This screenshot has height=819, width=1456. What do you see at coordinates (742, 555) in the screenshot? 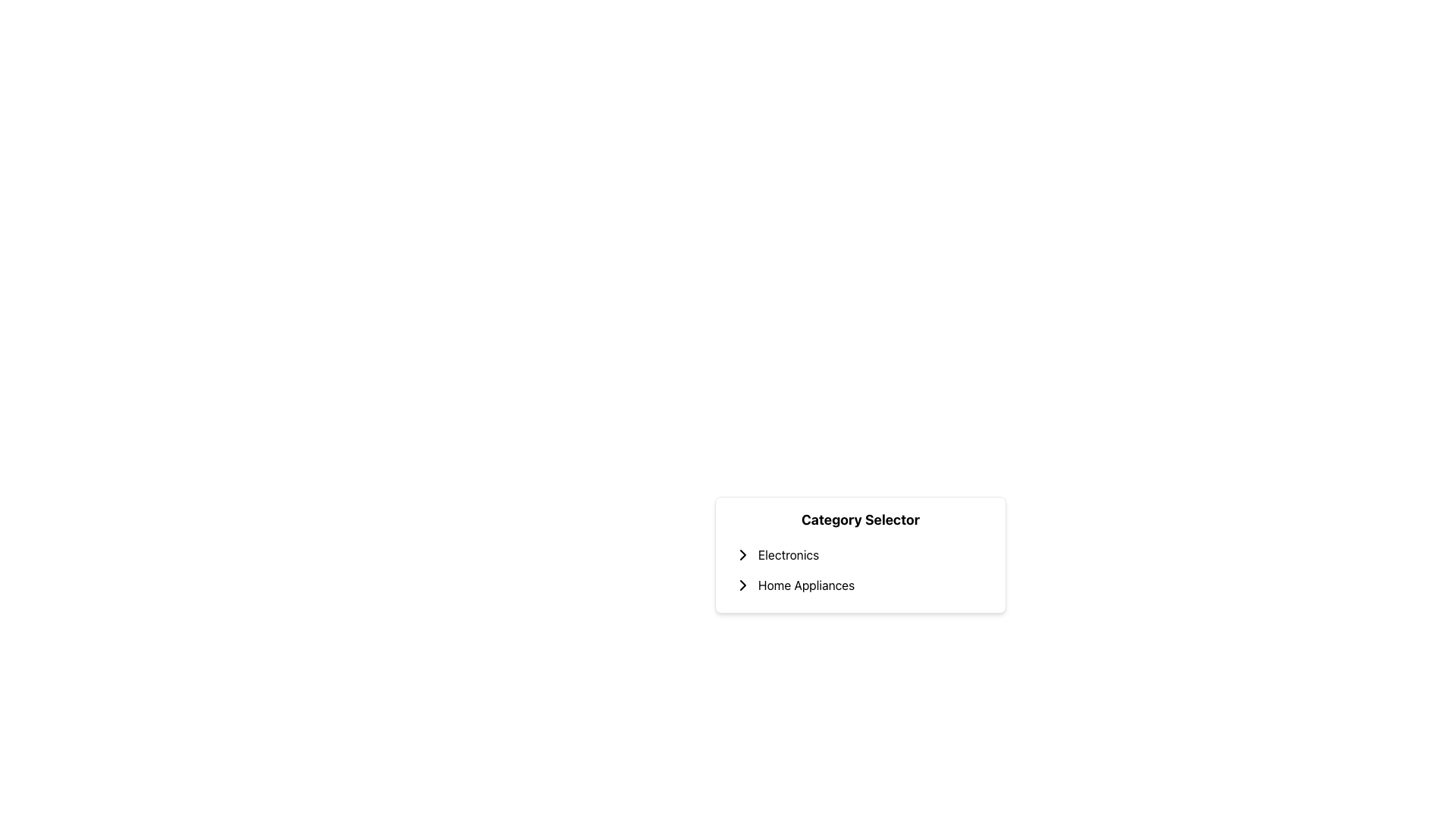
I see `the 'Electronics' icon` at bounding box center [742, 555].